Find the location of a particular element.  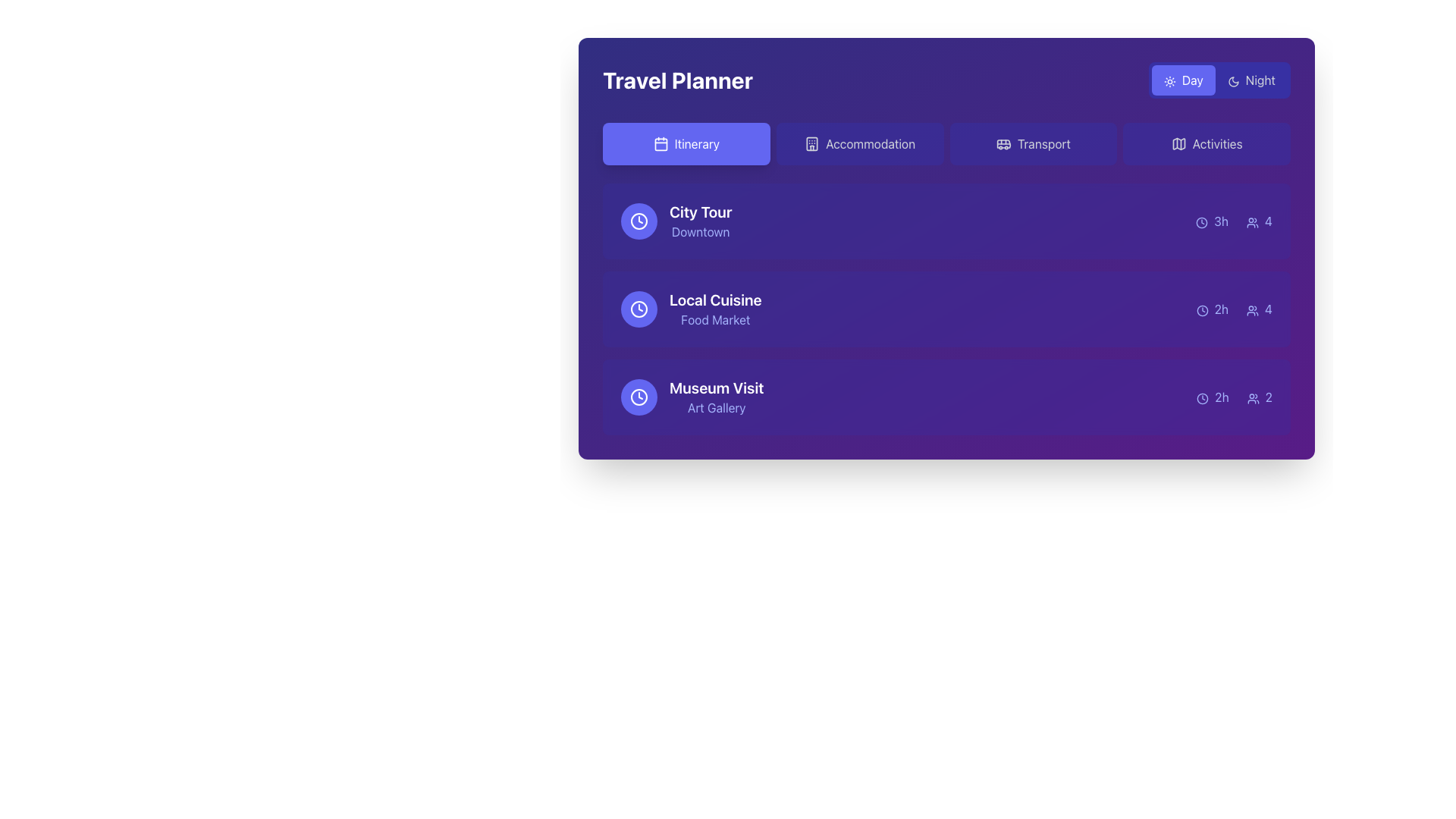

the list item titled 'Local Cuisine' in the 'Travel Planner' interface is located at coordinates (946, 309).